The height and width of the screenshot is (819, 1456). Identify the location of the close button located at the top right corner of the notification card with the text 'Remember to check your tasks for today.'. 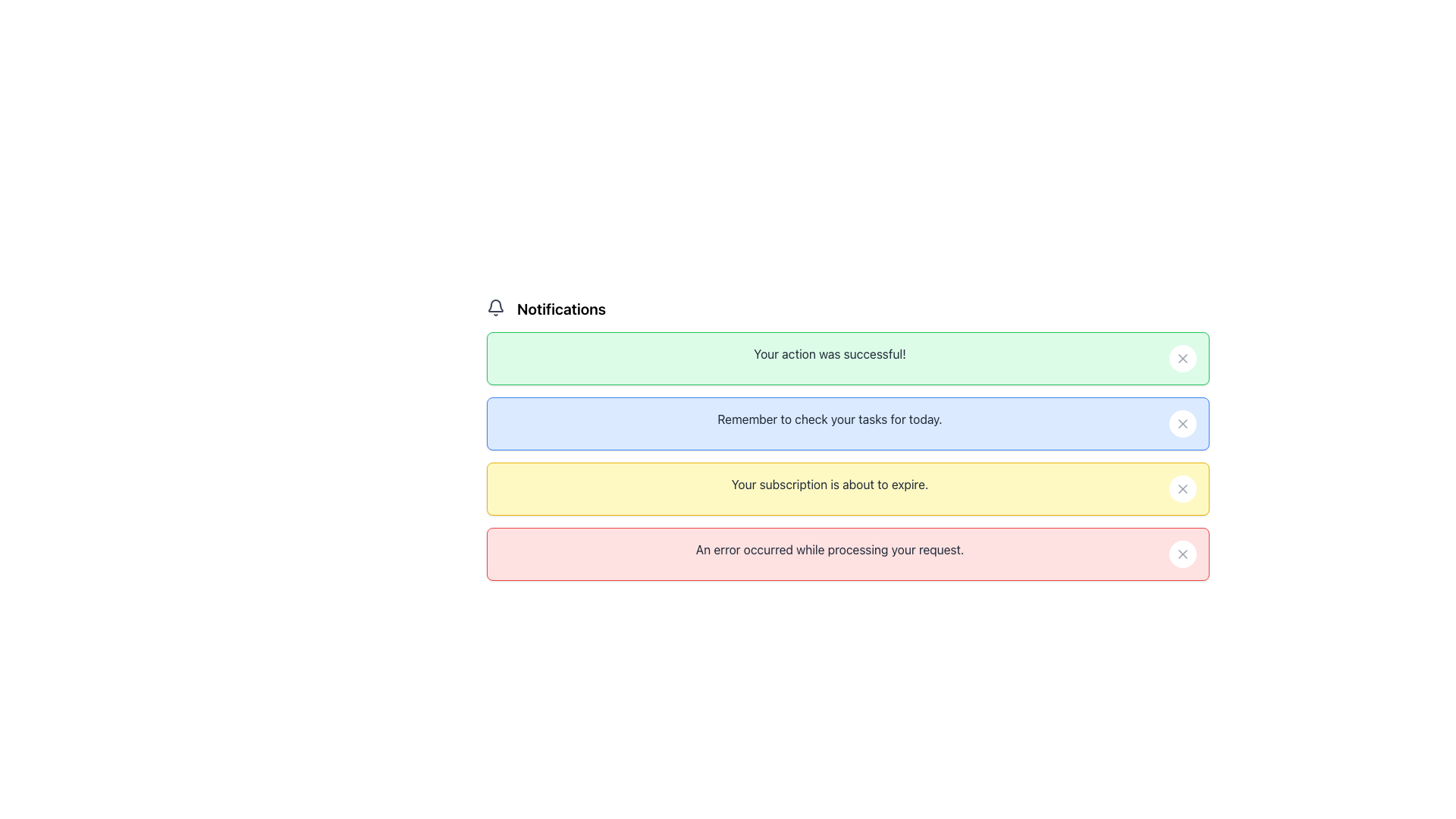
(1182, 424).